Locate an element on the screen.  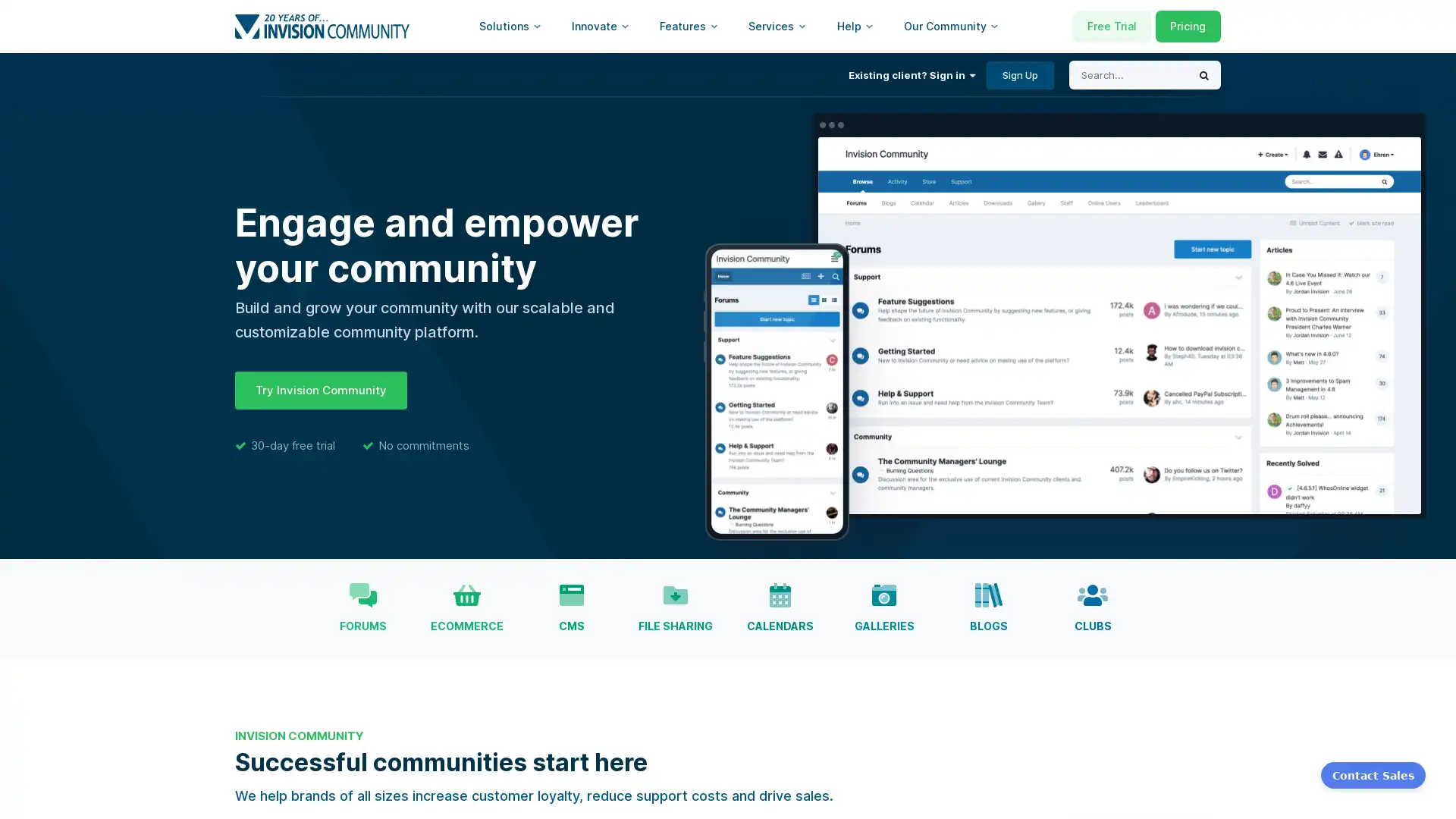
Help is located at coordinates (855, 26).